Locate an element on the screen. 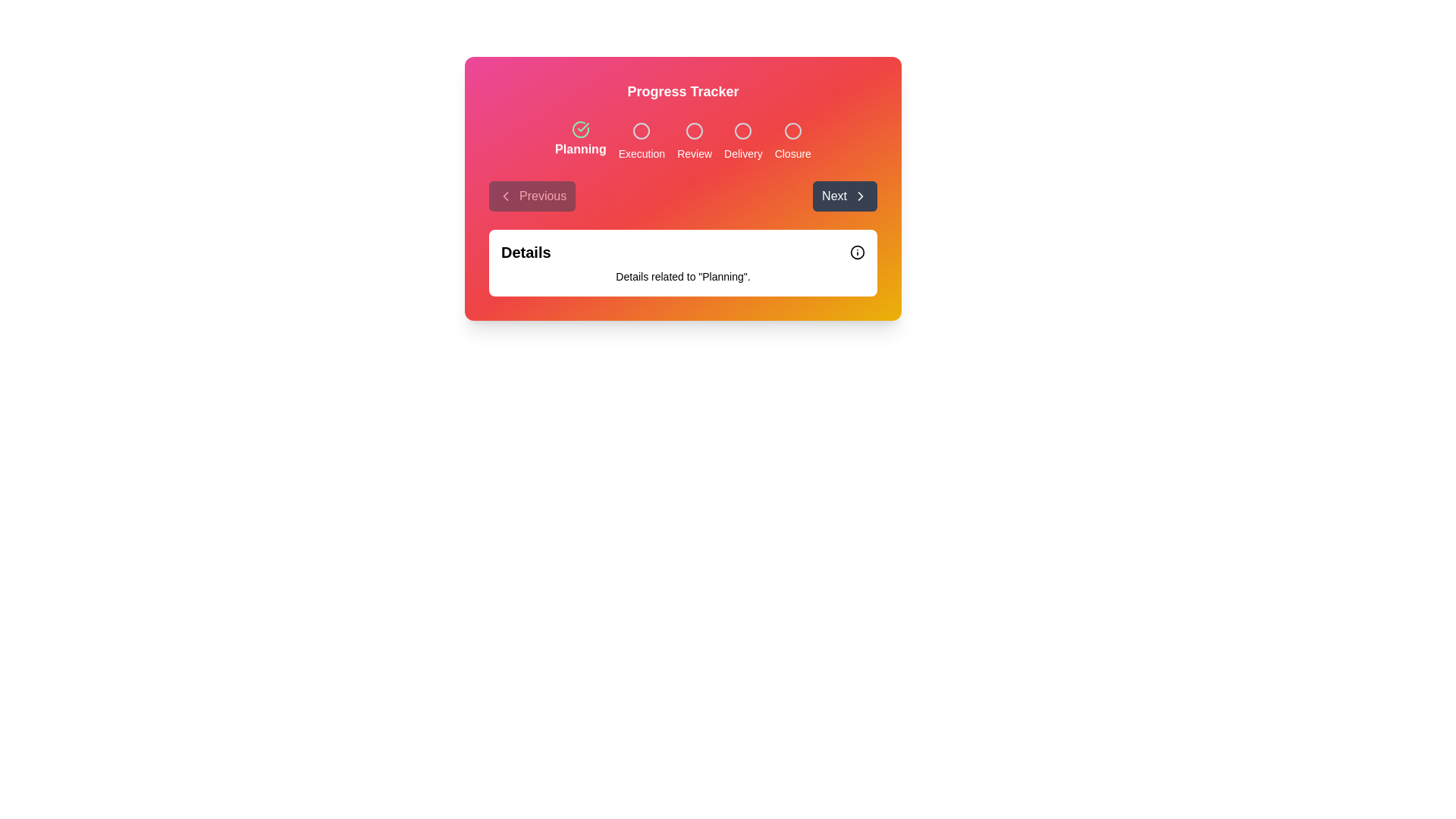  the outlined circle SVG element located to the right of the 'Details' label text in the interface section below the progress tracker is located at coordinates (858, 251).